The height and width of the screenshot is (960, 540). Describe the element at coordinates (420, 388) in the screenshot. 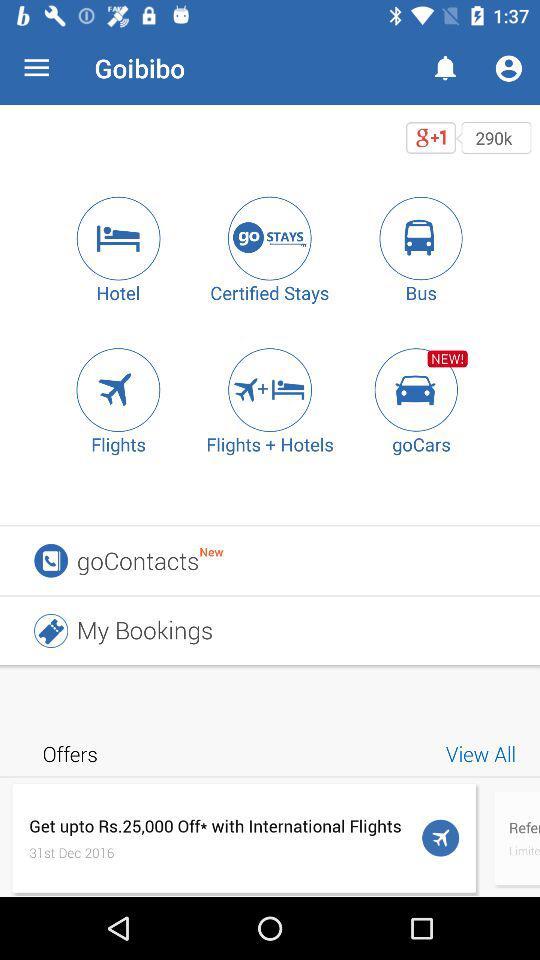

I see `gocars` at that location.